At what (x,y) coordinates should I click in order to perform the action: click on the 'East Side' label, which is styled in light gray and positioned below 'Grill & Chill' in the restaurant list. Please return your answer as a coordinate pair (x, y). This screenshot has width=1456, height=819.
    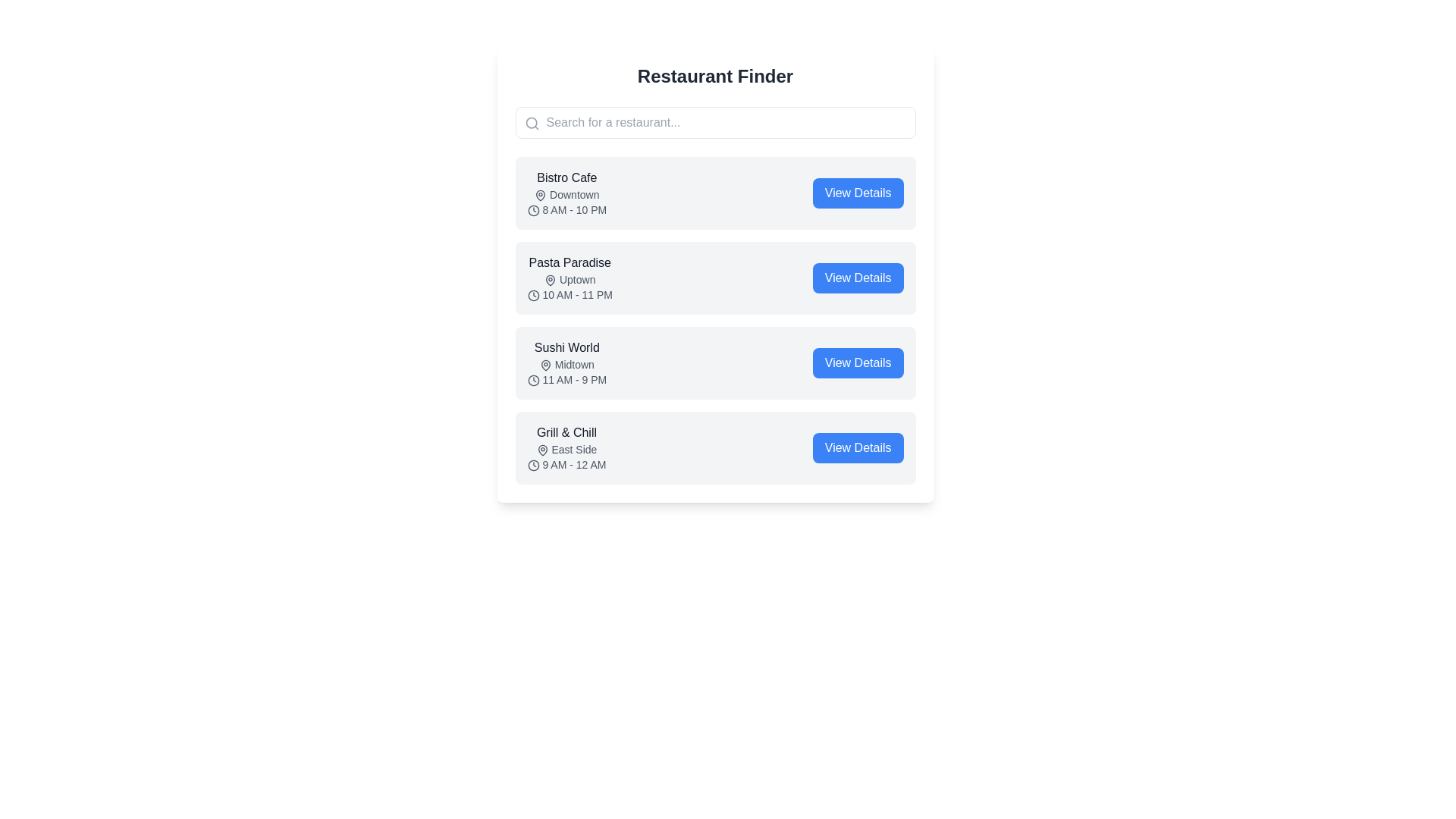
    Looking at the image, I should click on (566, 449).